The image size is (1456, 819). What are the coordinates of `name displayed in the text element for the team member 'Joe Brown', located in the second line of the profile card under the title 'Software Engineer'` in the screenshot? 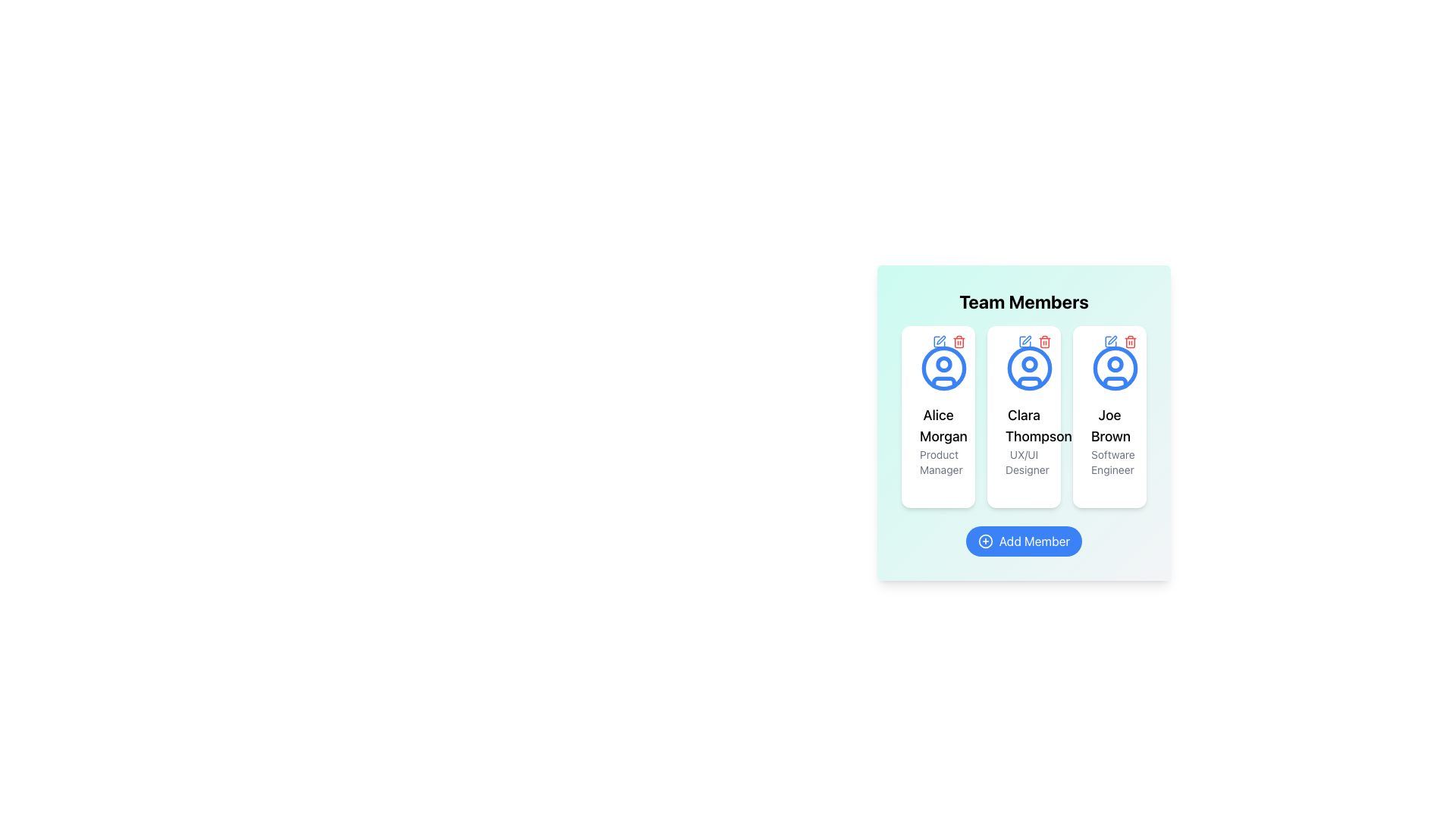 It's located at (1109, 426).